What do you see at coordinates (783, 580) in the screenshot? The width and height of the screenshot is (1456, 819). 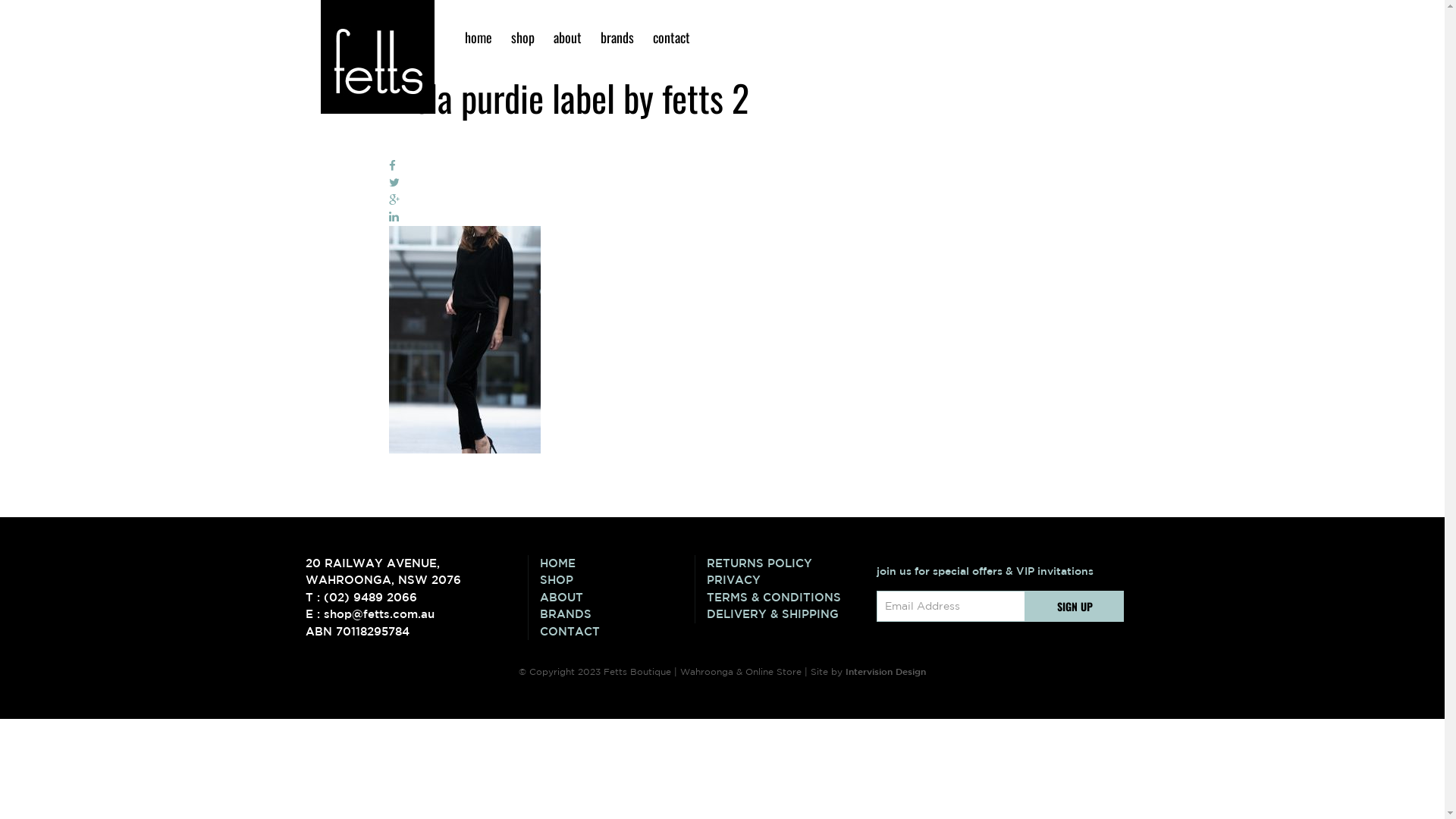 I see `'PRIVACY'` at bounding box center [783, 580].